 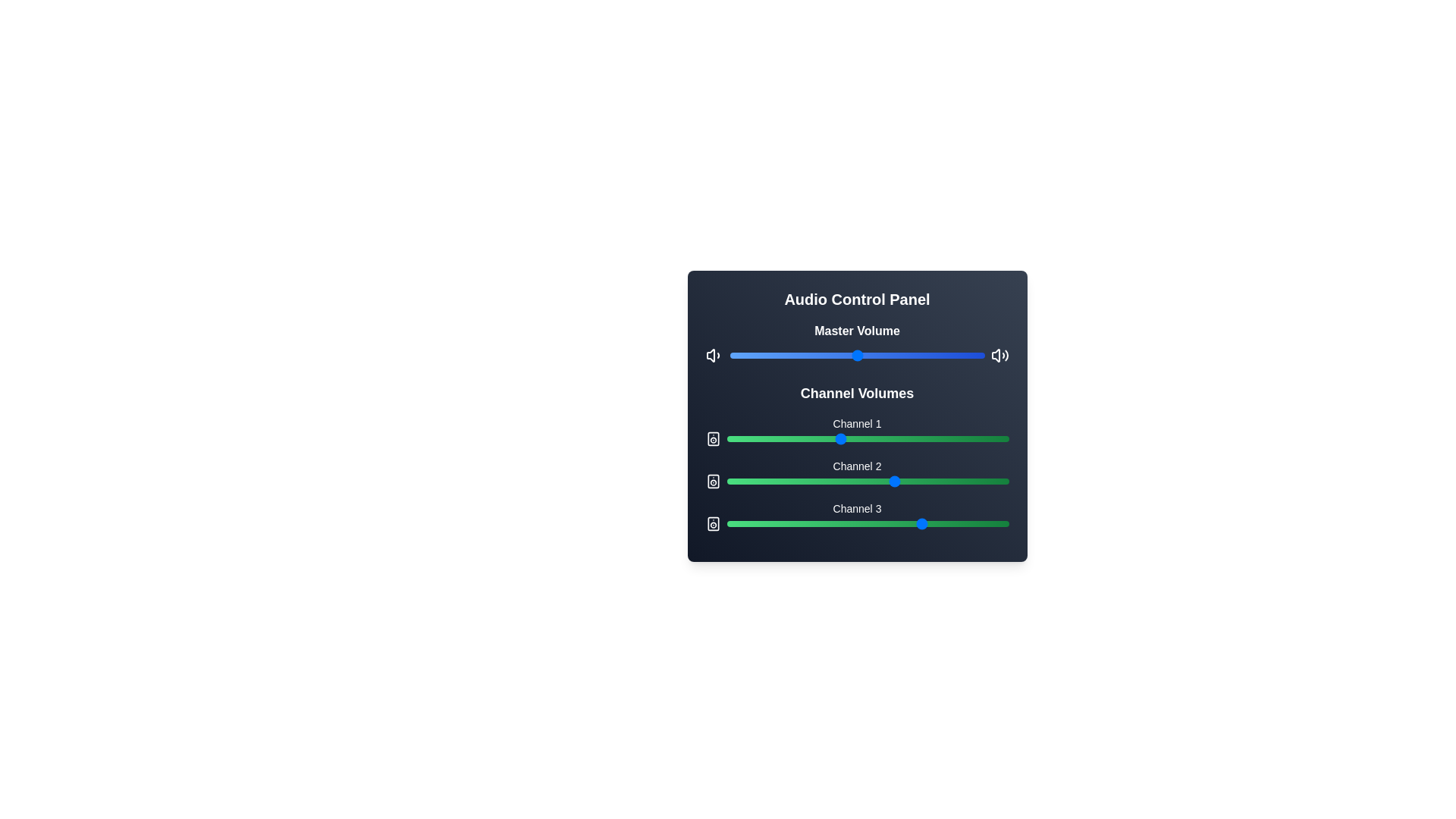 What do you see at coordinates (819, 438) in the screenshot?
I see `the 'Channel 1' volume` at bounding box center [819, 438].